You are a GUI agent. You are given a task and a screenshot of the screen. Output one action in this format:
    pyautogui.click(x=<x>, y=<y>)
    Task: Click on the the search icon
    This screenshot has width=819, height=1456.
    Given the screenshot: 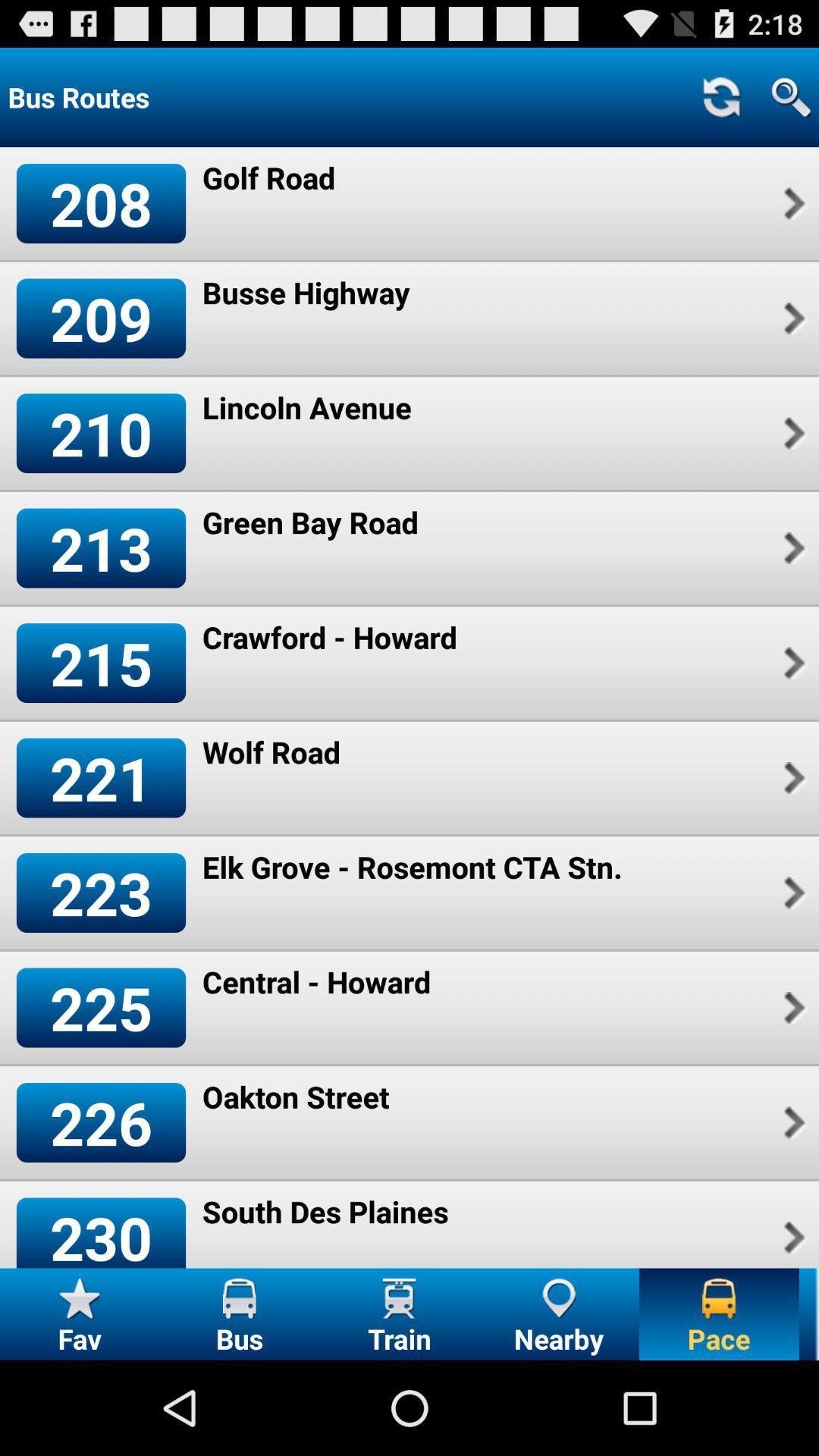 What is the action you would take?
    pyautogui.click(x=790, y=103)
    